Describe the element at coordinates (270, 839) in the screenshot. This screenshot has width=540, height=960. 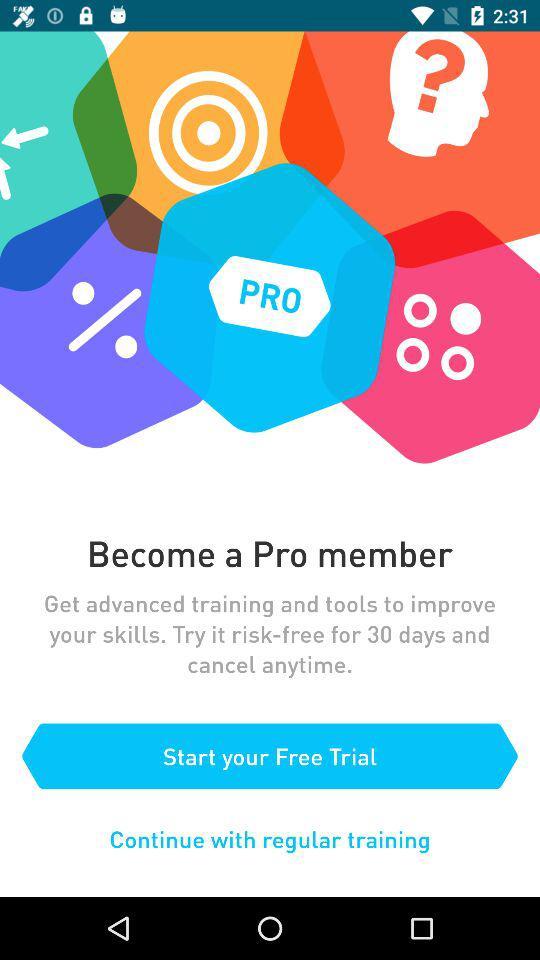
I see `the continue with regular` at that location.